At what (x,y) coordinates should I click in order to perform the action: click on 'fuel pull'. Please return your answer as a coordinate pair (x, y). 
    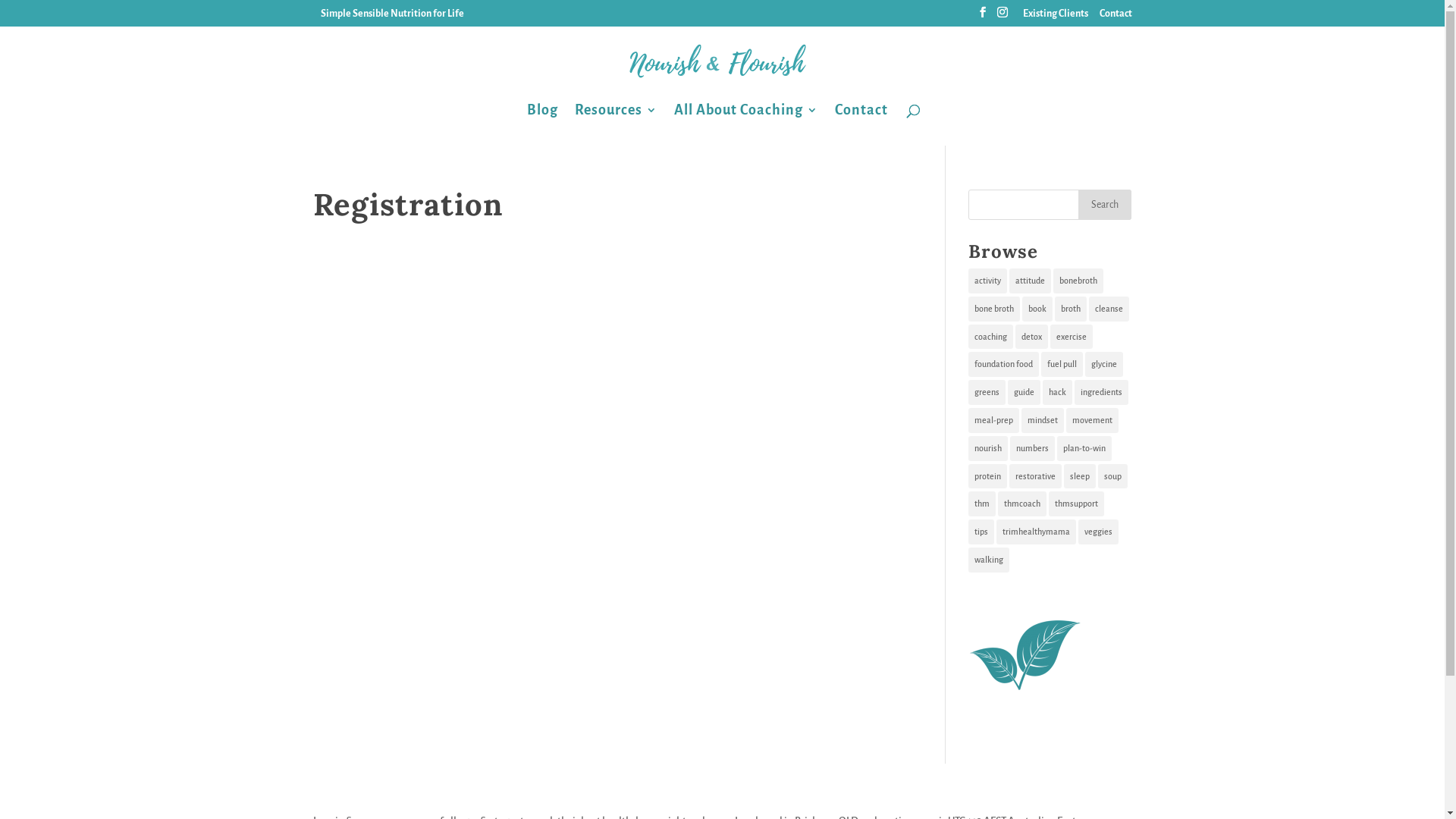
    Looking at the image, I should click on (1061, 364).